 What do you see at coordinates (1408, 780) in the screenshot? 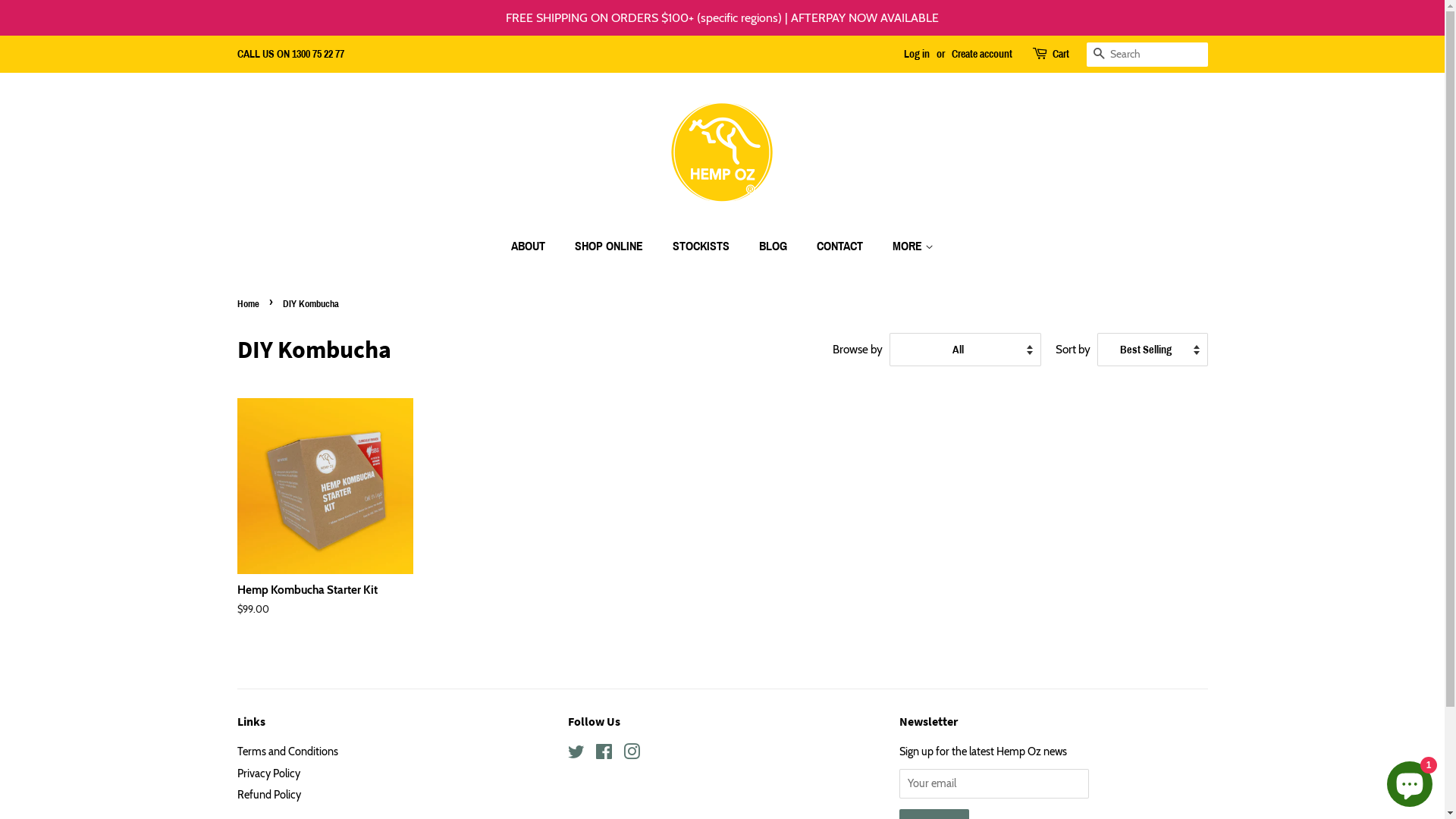
I see `'Shopify online store chat'` at bounding box center [1408, 780].